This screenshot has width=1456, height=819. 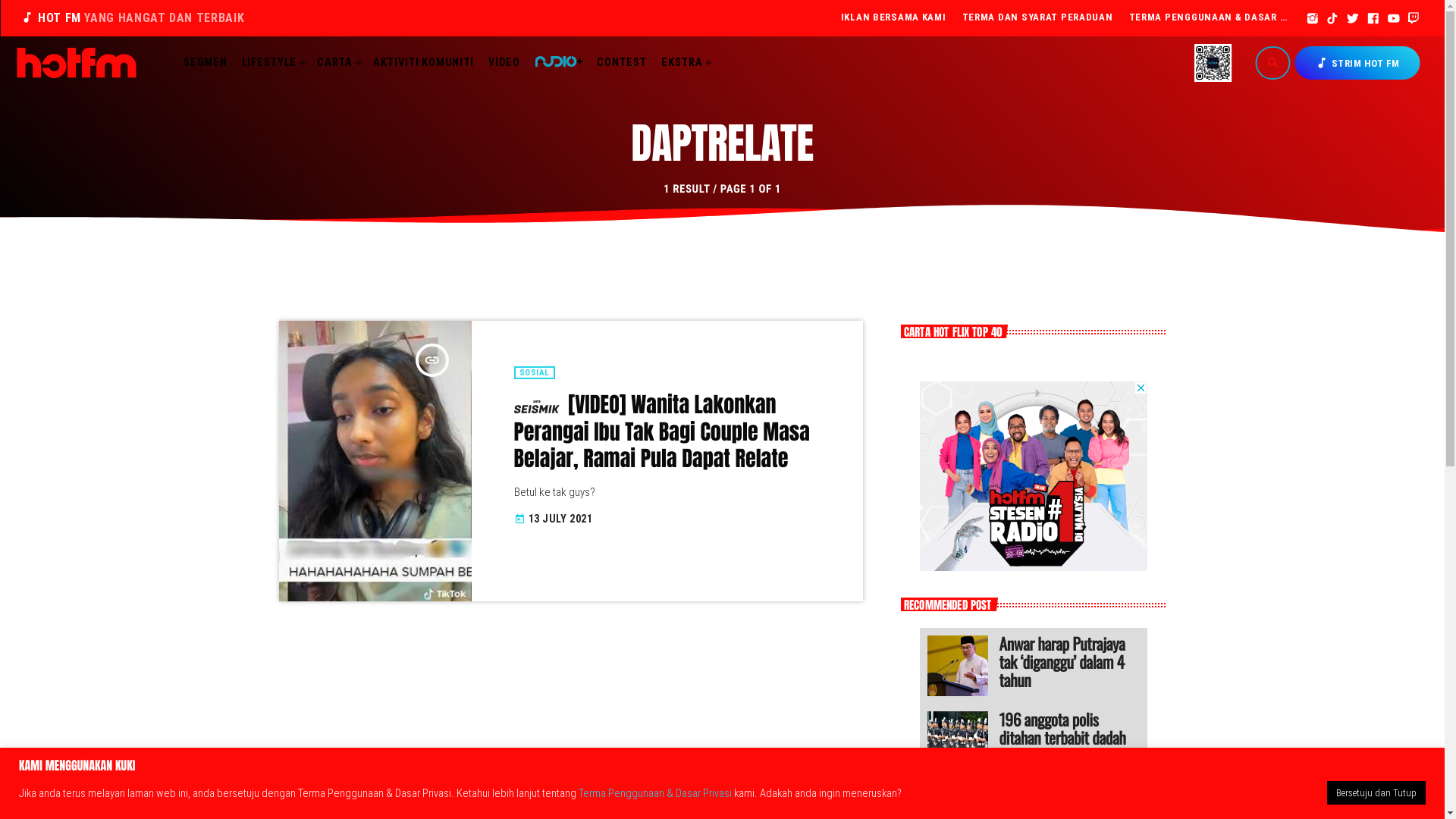 I want to click on 'VIDEO', so click(x=504, y=61).